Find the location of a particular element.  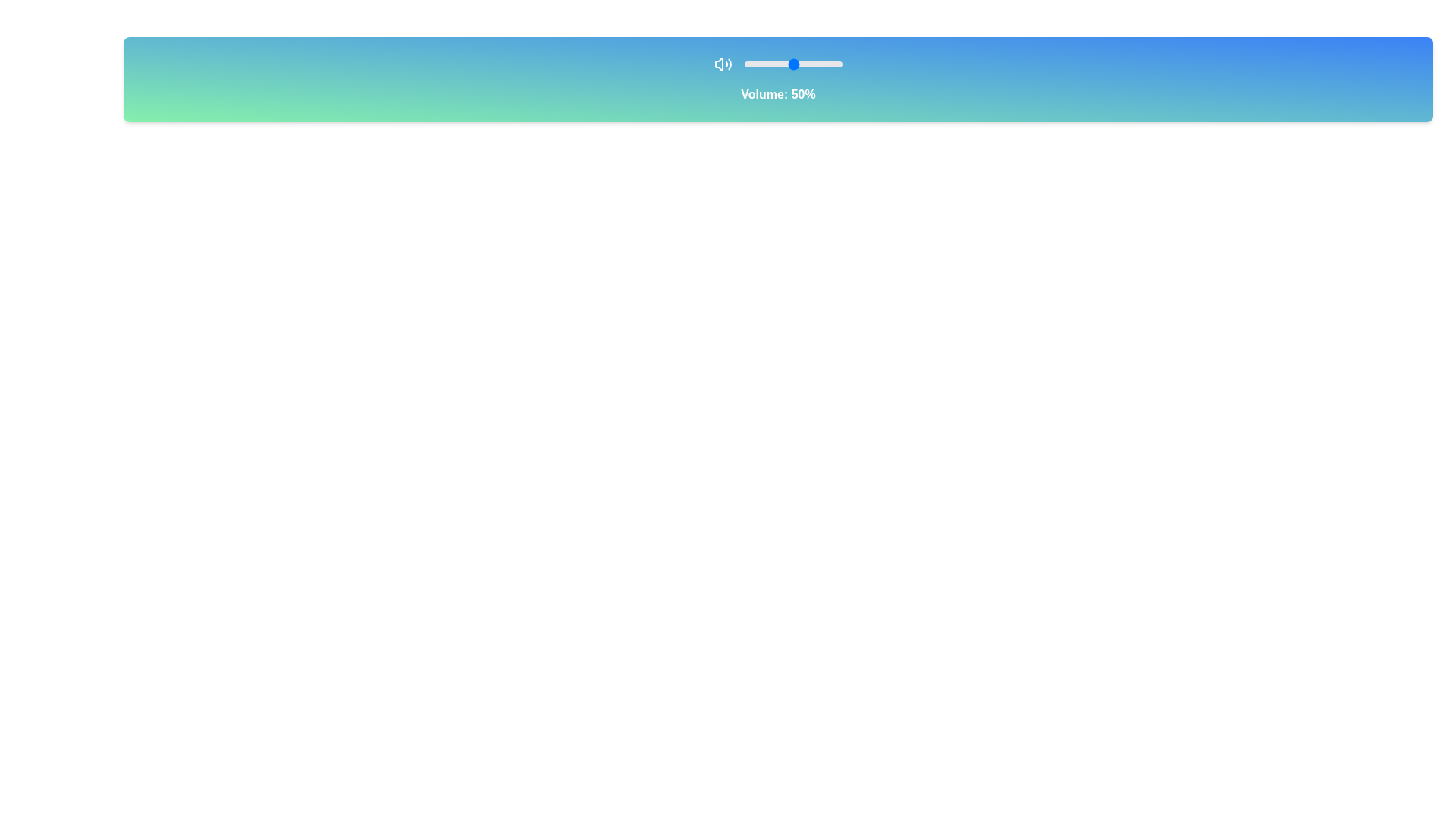

the slider is located at coordinates (773, 63).